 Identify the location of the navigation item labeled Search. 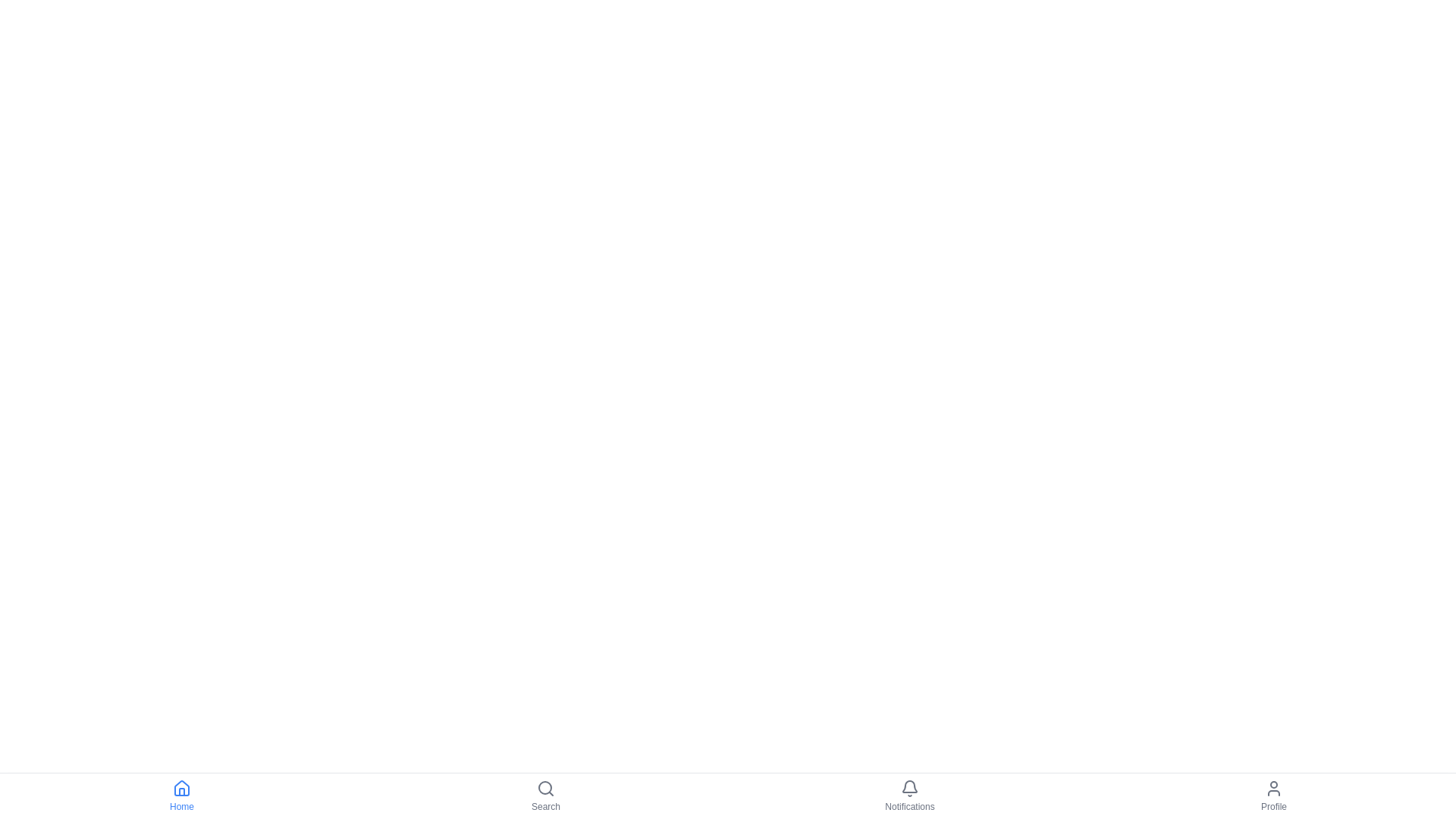
(546, 795).